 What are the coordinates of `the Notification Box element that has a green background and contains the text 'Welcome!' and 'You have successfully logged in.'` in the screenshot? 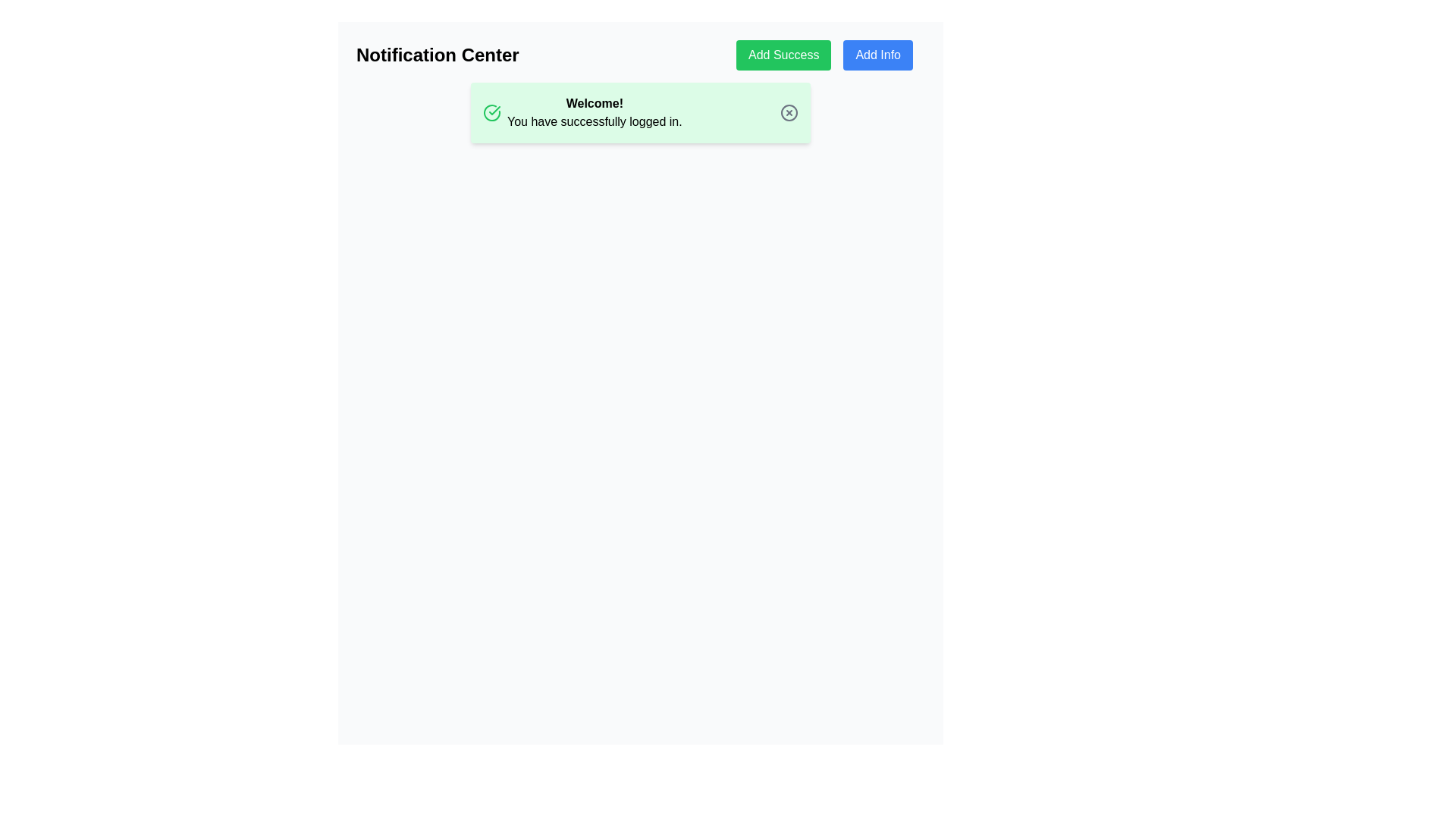 It's located at (640, 112).